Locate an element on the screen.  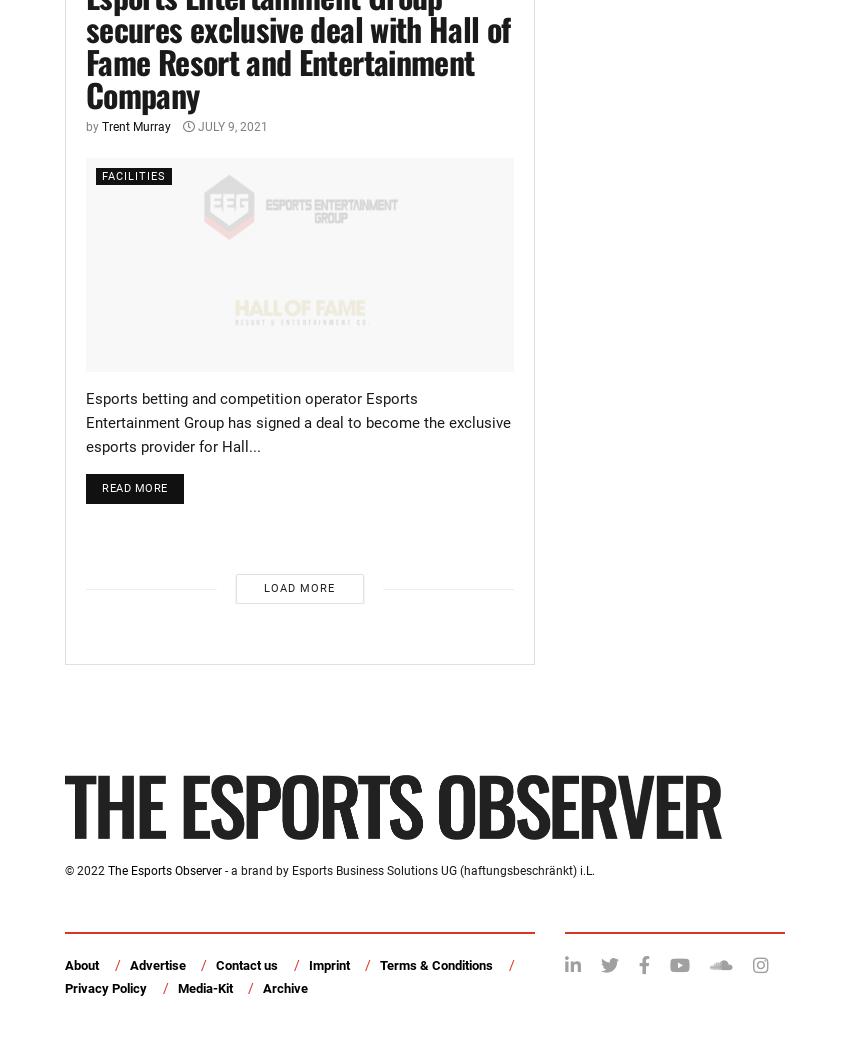
'Advertise' is located at coordinates (129, 965).